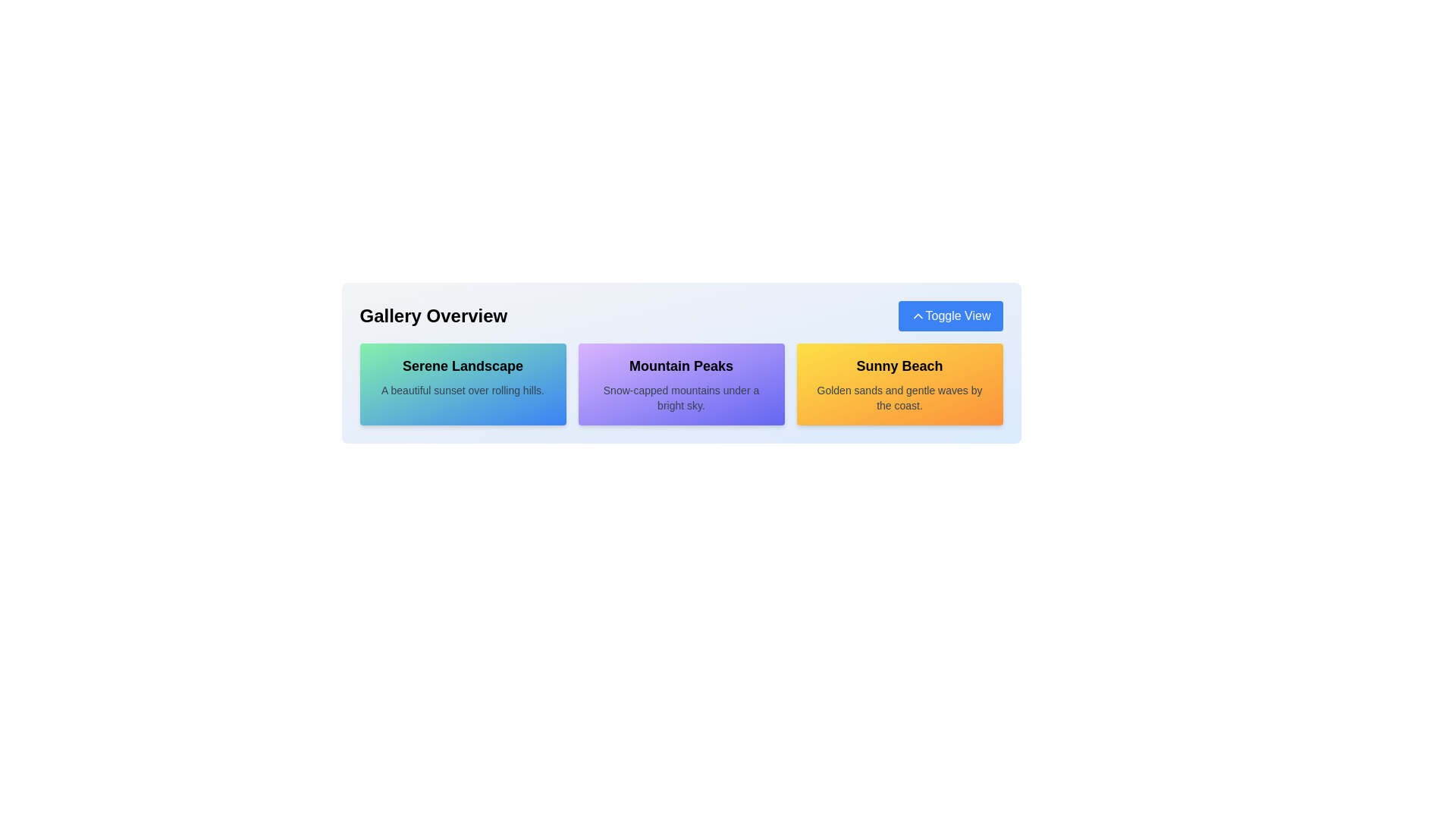 Image resolution: width=1456 pixels, height=819 pixels. I want to click on the non-interactive descriptive text block located beneath the title 'Serene Landscape' within the first card of a row of cards, so click(462, 390).